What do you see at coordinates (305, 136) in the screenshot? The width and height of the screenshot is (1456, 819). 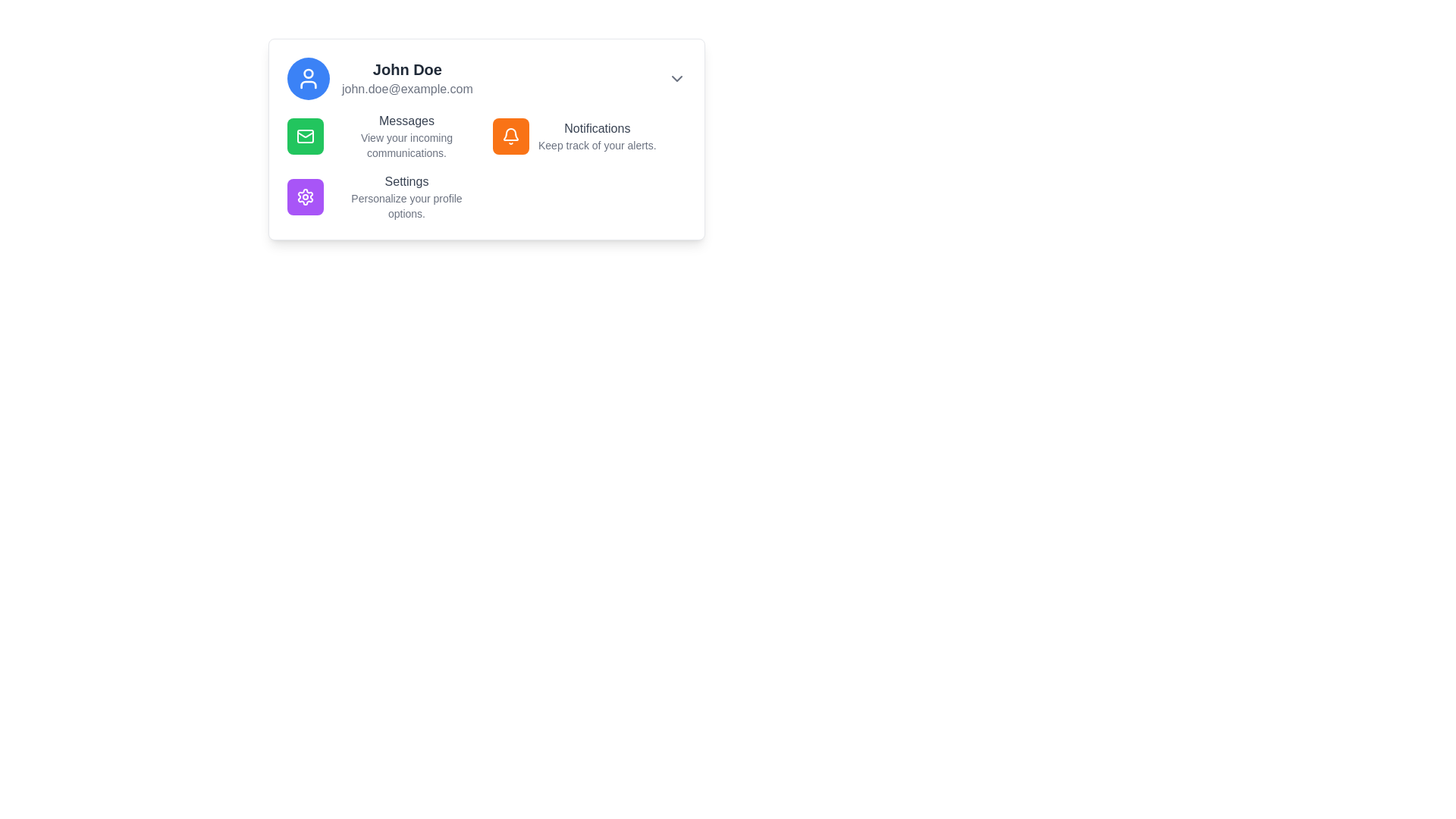 I see `the green rectangular icon with rounded edges that contains a white mail envelope, located in the 'Messages' section, to the left of the text 'Messages View your incoming communications.'` at bounding box center [305, 136].